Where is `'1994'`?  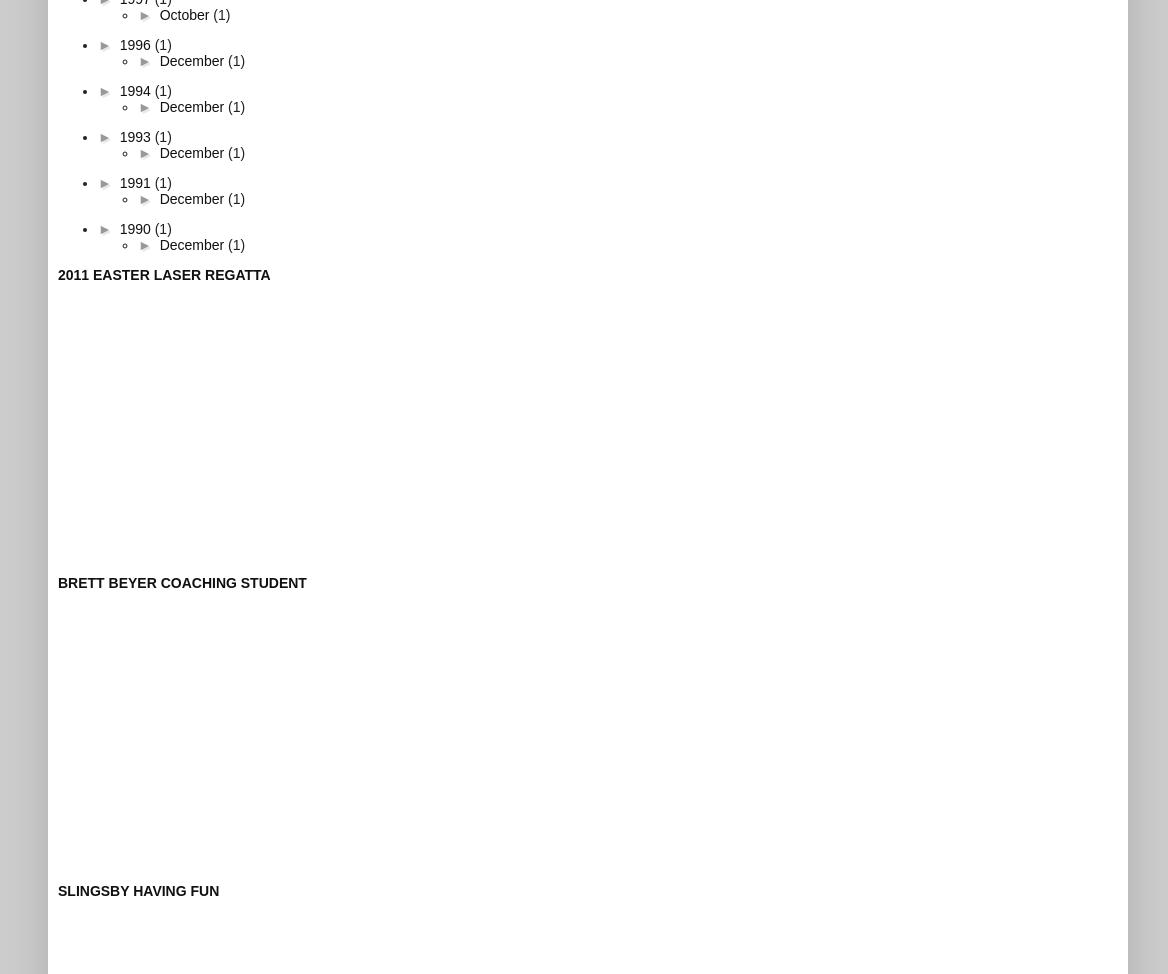 '1994' is located at coordinates (118, 88).